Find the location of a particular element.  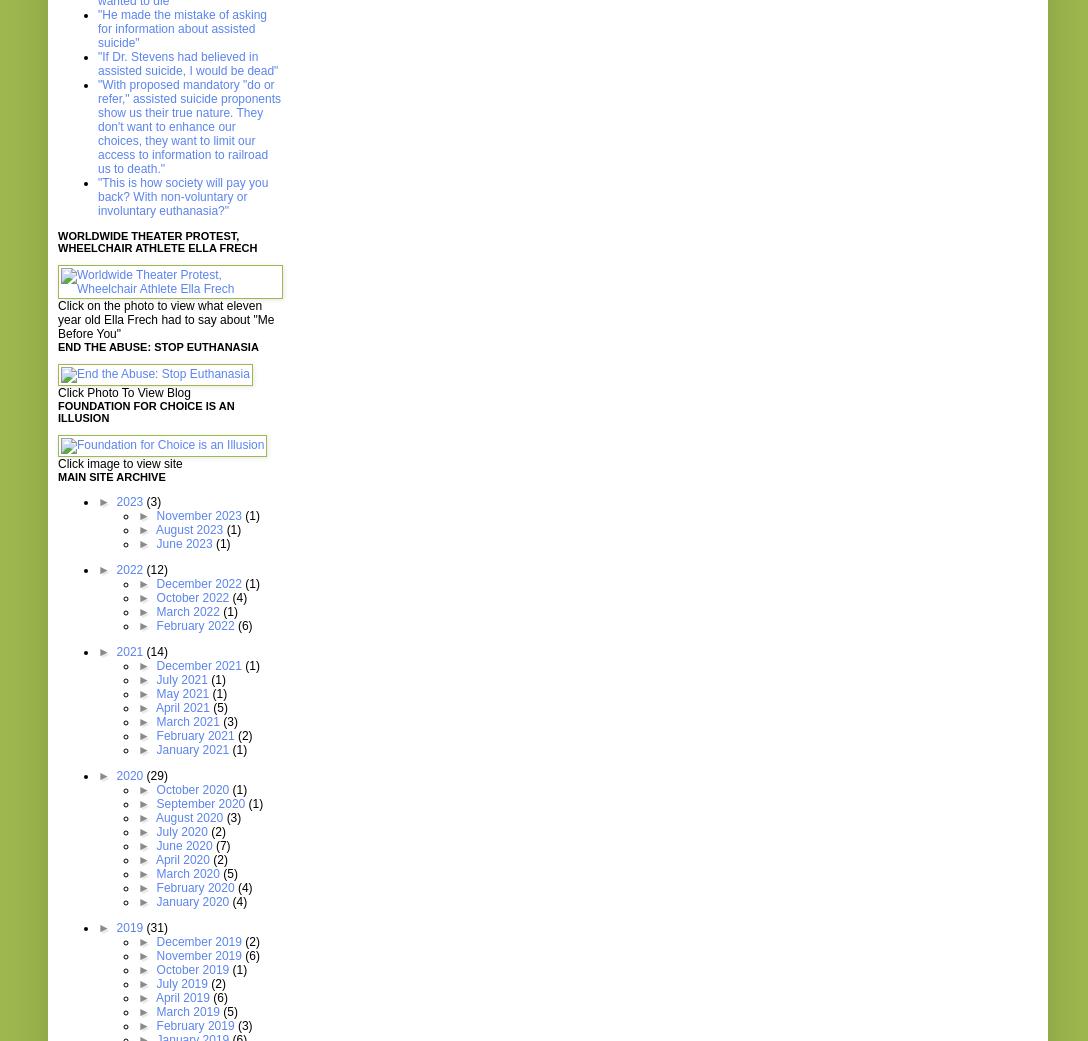

'April 2019' is located at coordinates (182, 998).